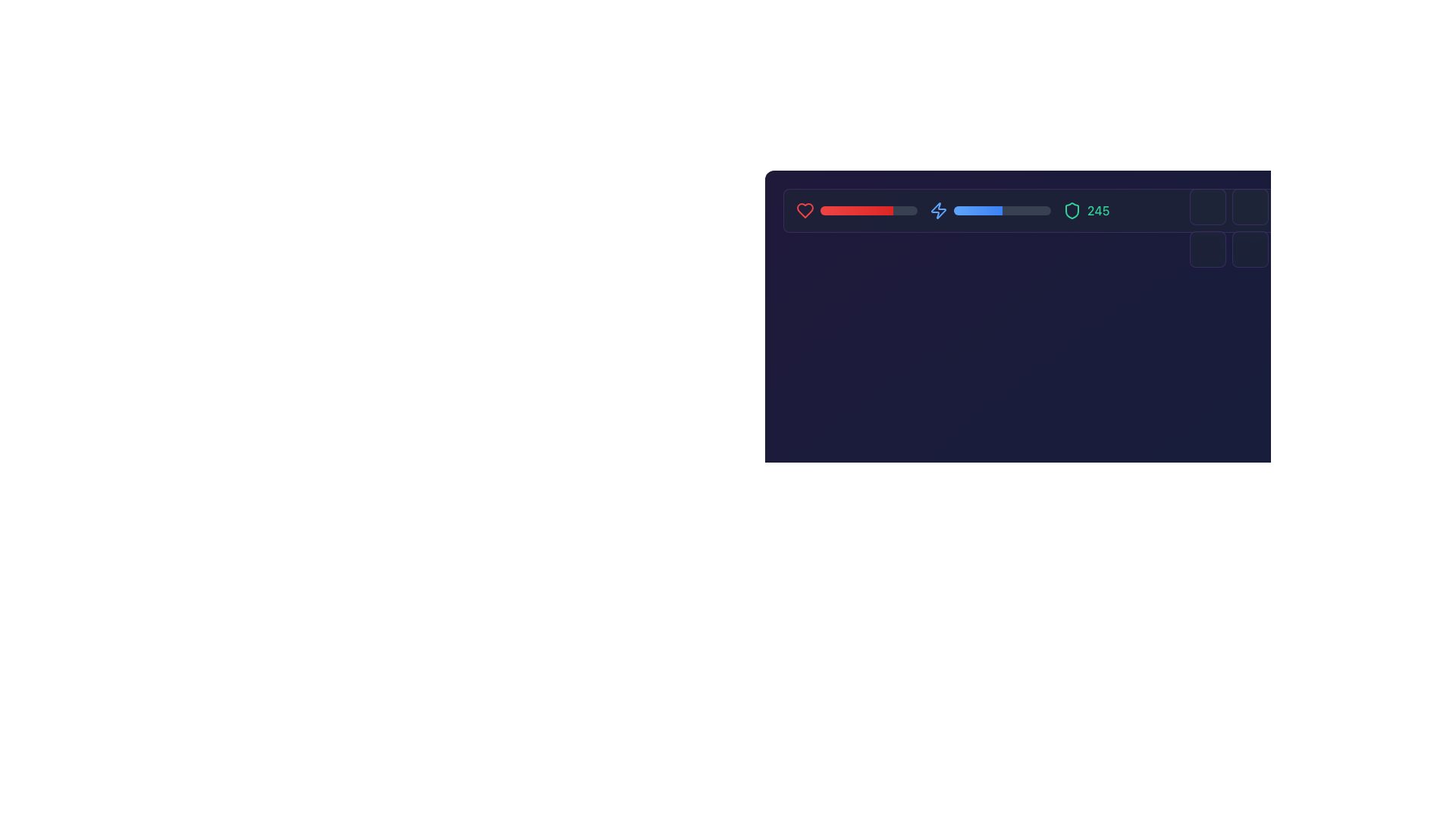  Describe the element at coordinates (856, 210) in the screenshot. I see `the leftmost progress bar indicating health or affection level in the game-like interface` at that location.